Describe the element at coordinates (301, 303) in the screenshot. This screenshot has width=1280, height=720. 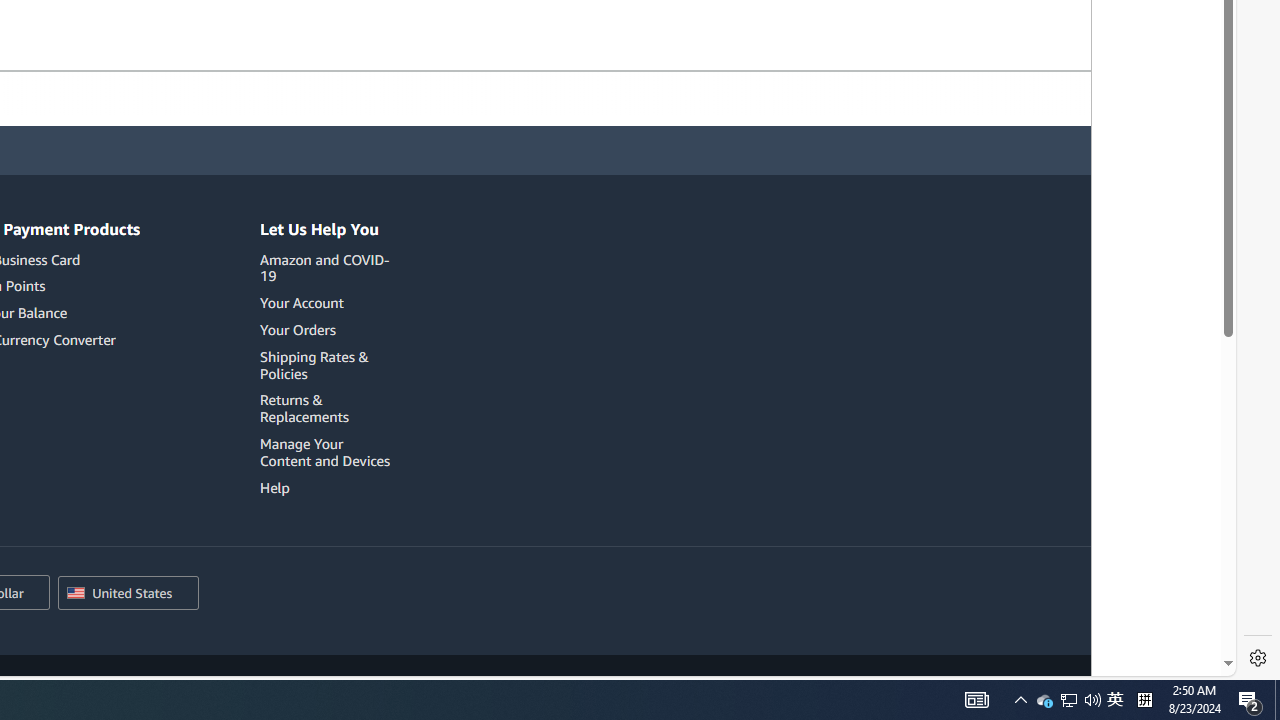
I see `'Your Account'` at that location.